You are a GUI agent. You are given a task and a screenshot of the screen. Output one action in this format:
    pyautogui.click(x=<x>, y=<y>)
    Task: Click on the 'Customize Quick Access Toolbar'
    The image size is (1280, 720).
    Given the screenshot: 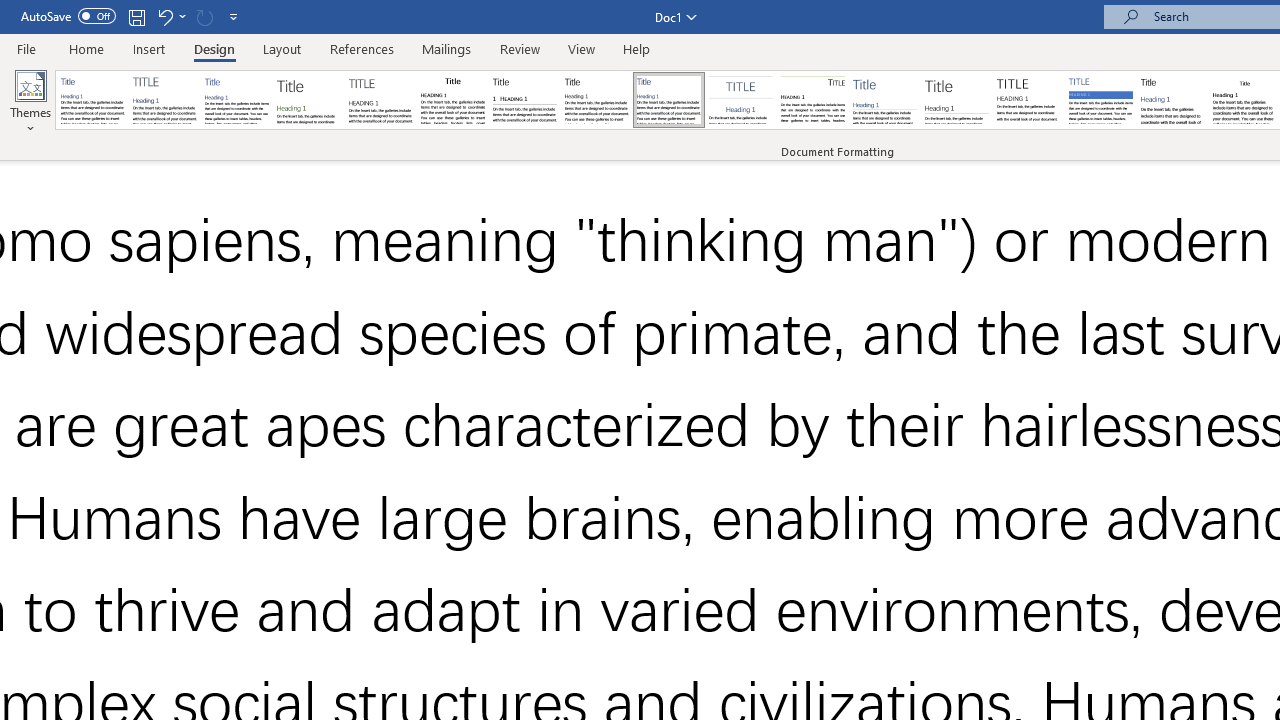 What is the action you would take?
    pyautogui.click(x=234, y=16)
    